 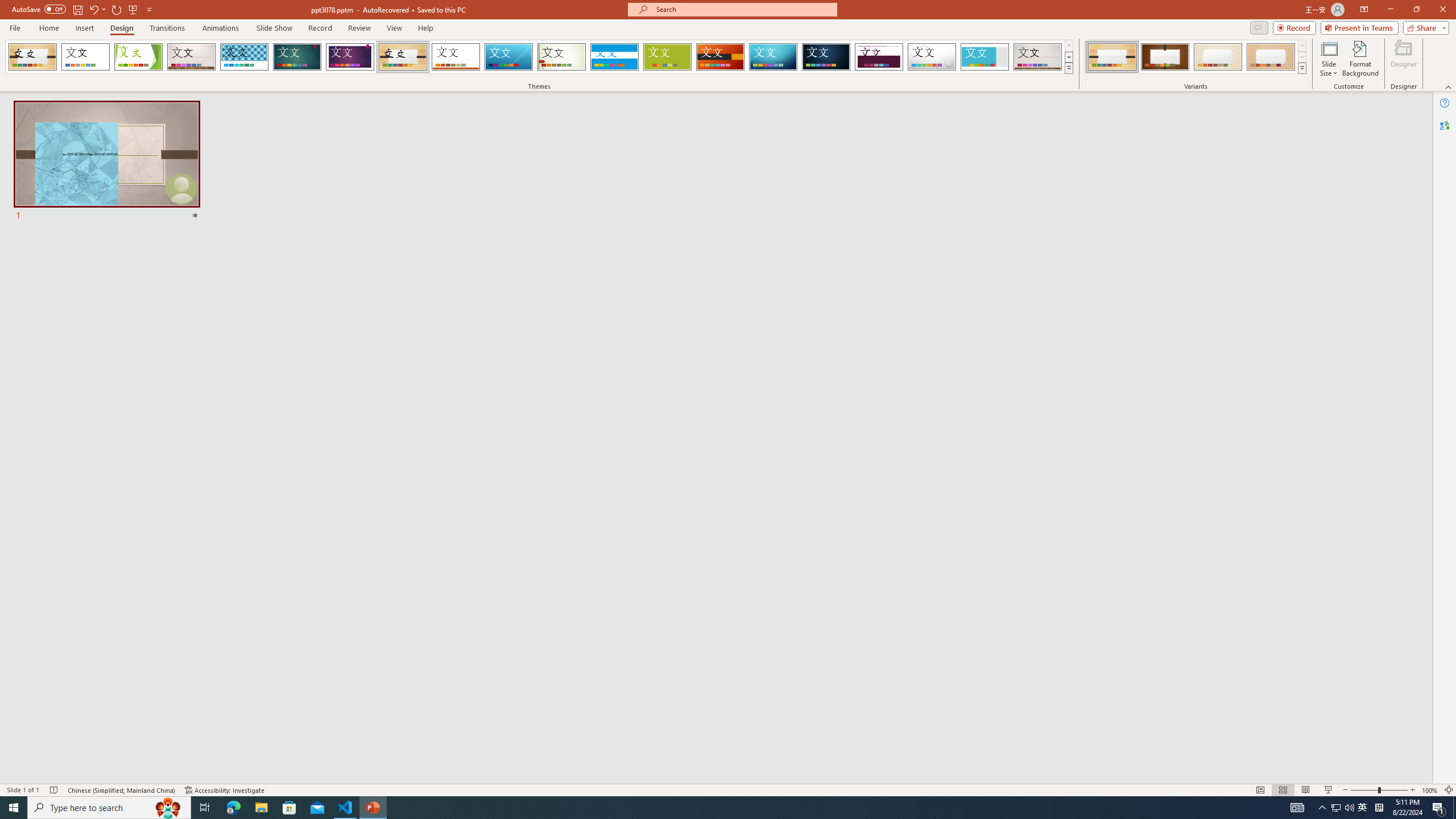 I want to click on 'Integral', so click(x=244, y=56).